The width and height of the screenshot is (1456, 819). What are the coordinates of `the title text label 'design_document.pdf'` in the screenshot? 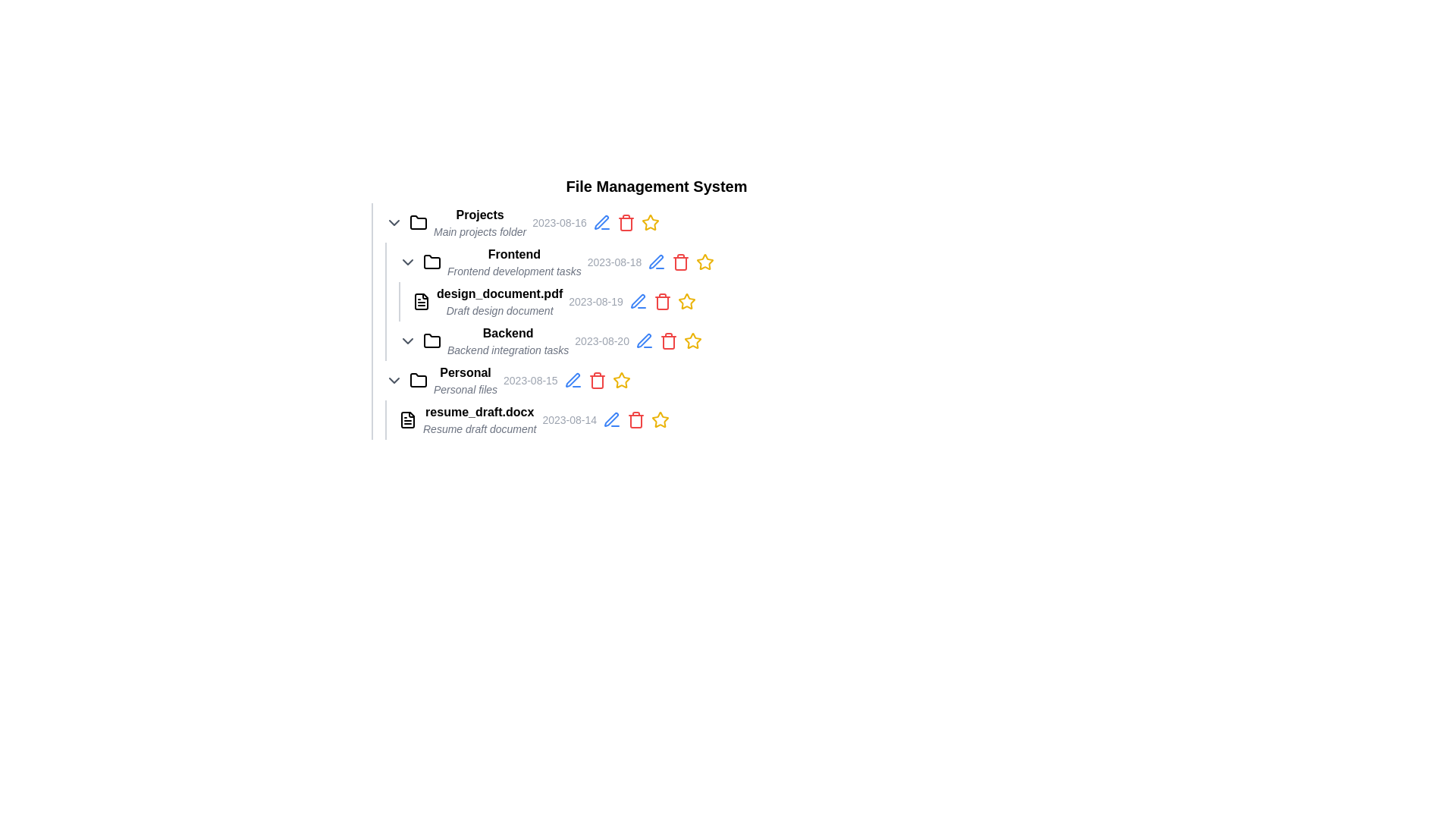 It's located at (500, 294).